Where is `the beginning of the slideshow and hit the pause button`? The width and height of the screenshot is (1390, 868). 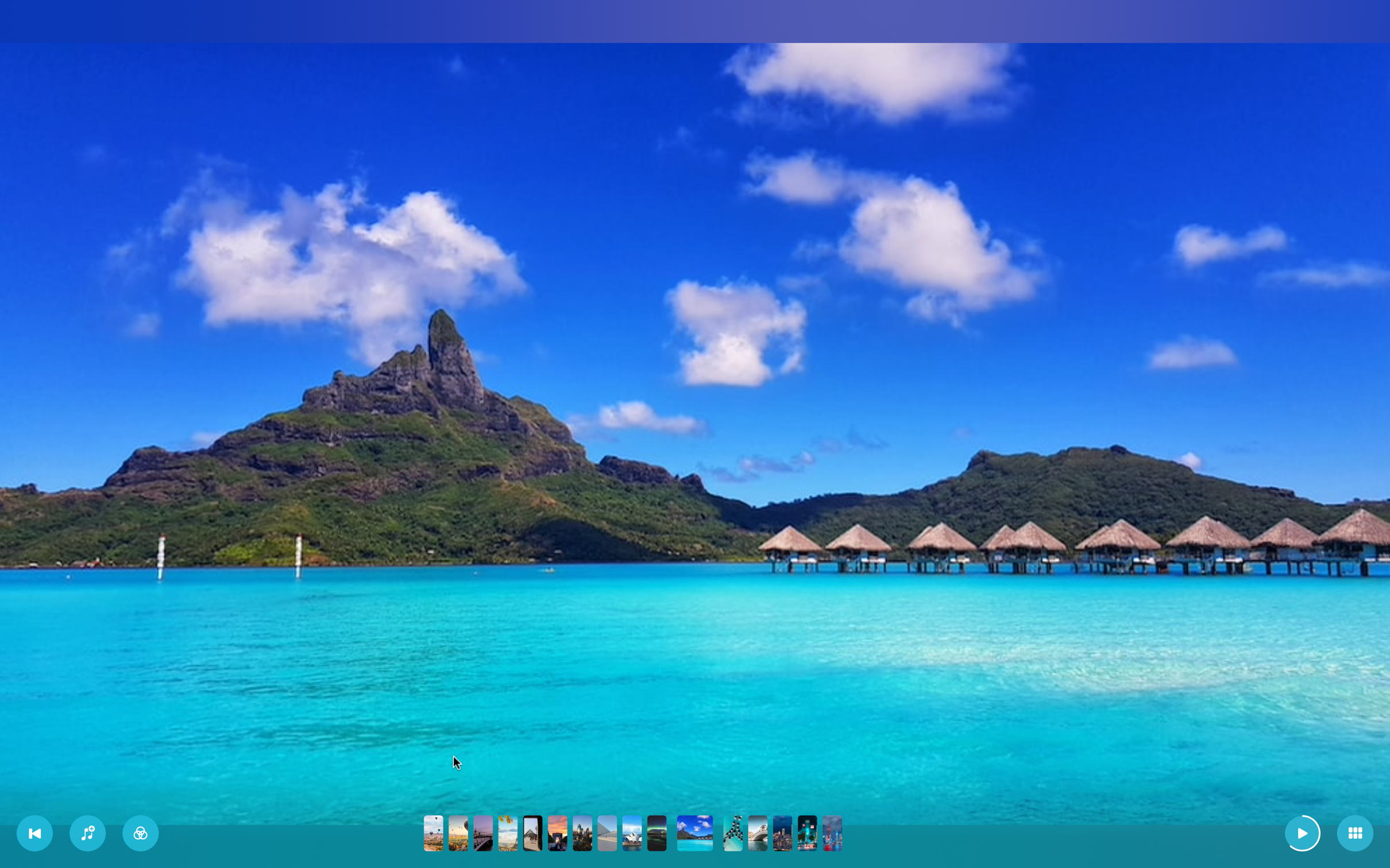
the beginning of the slideshow and hit the pause button is located at coordinates (35, 834).